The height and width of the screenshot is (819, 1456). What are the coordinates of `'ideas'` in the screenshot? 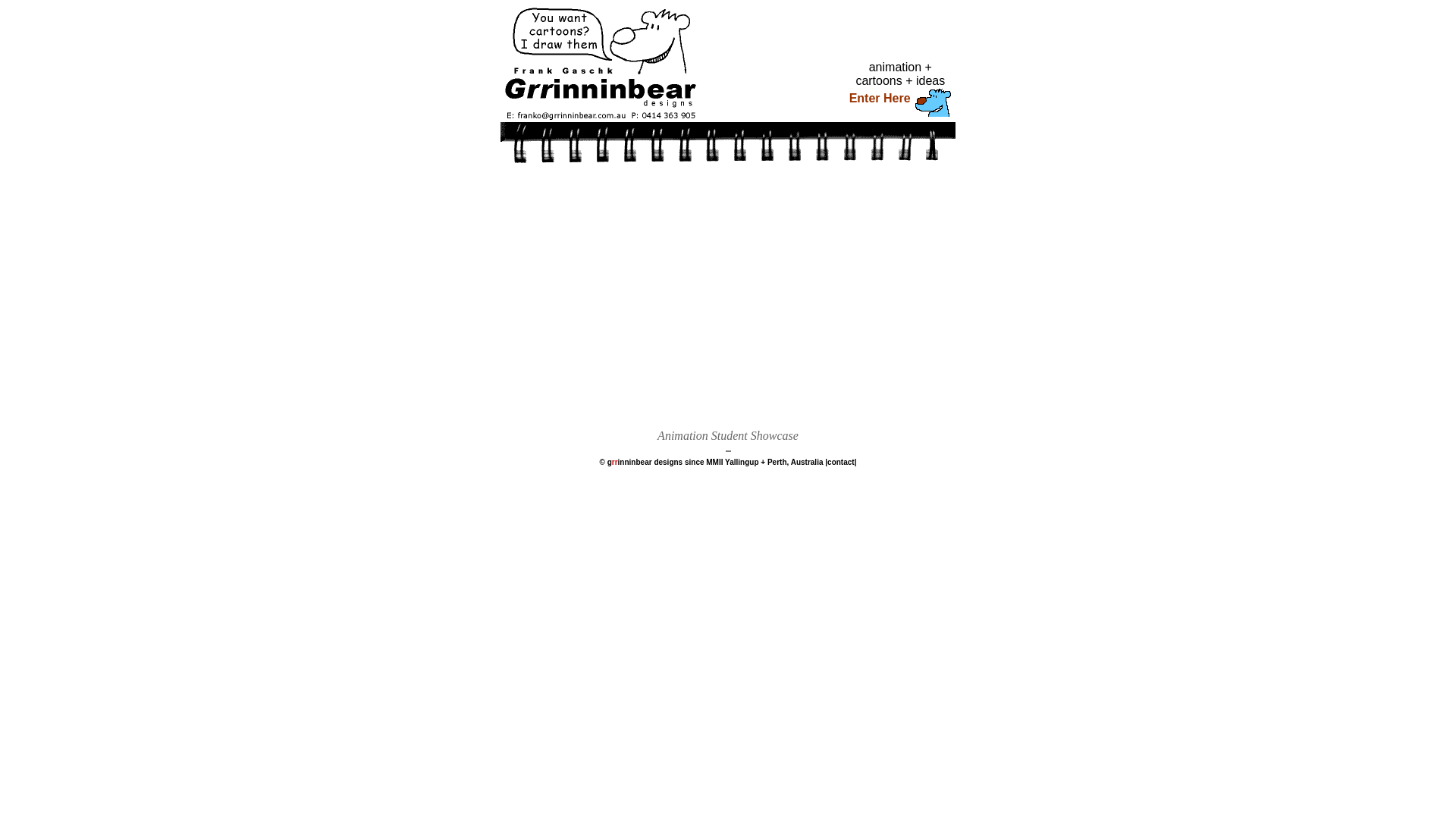 It's located at (930, 80).